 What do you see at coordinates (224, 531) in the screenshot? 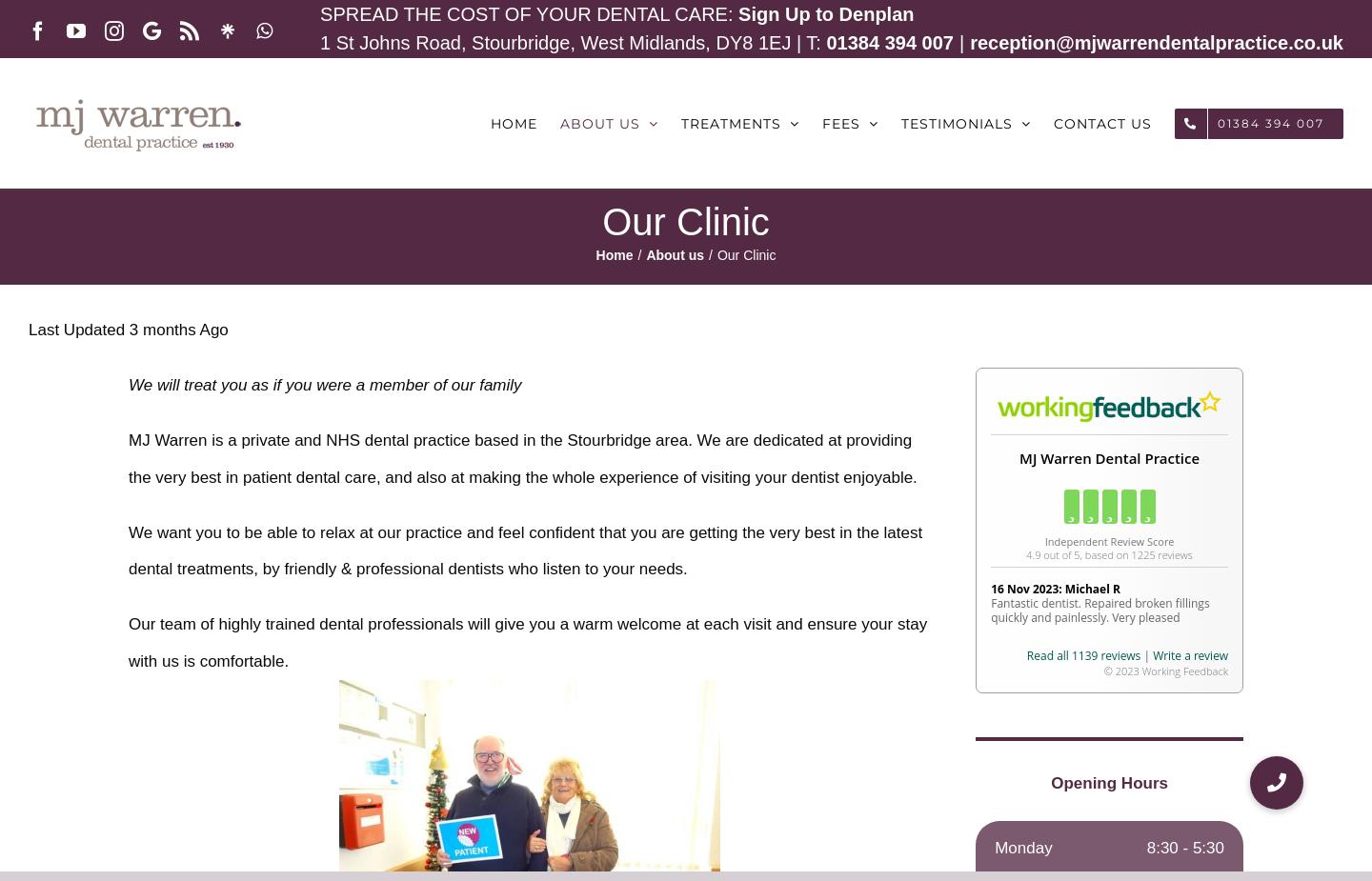
I see `'We want you to be able to'` at bounding box center [224, 531].